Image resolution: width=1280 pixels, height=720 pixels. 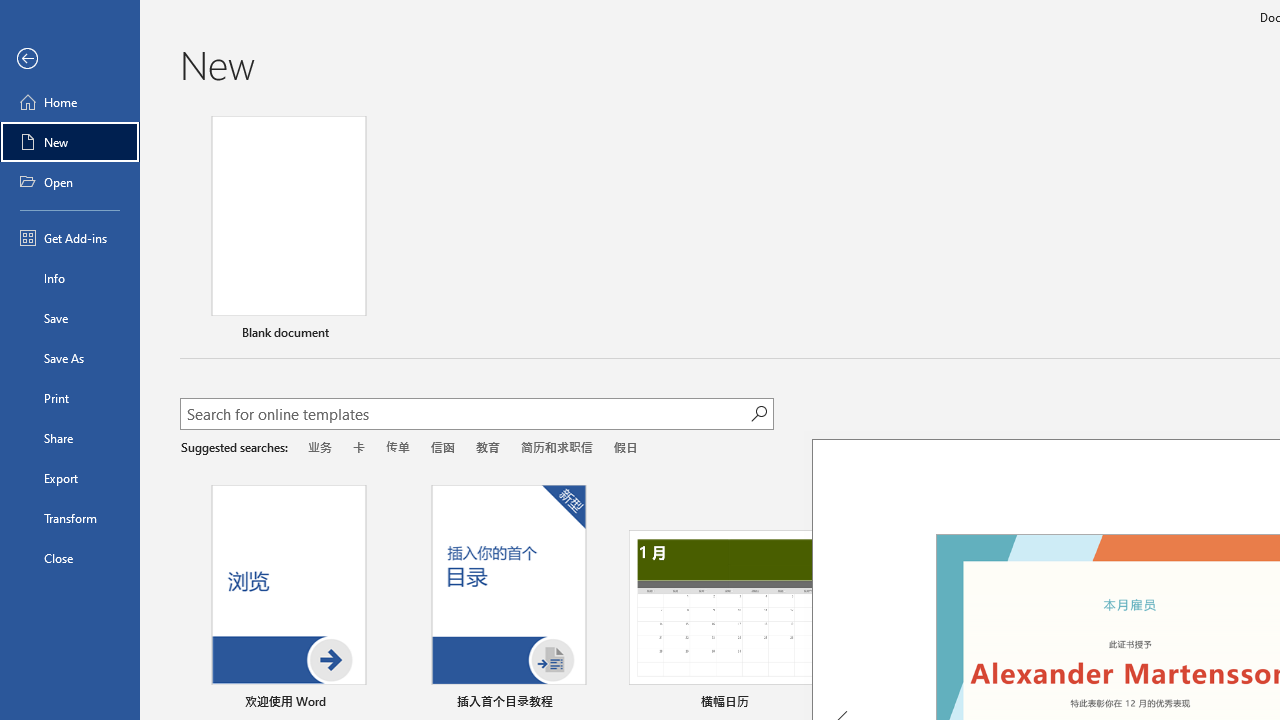 What do you see at coordinates (1254, 702) in the screenshot?
I see `'Pin to list'` at bounding box center [1254, 702].